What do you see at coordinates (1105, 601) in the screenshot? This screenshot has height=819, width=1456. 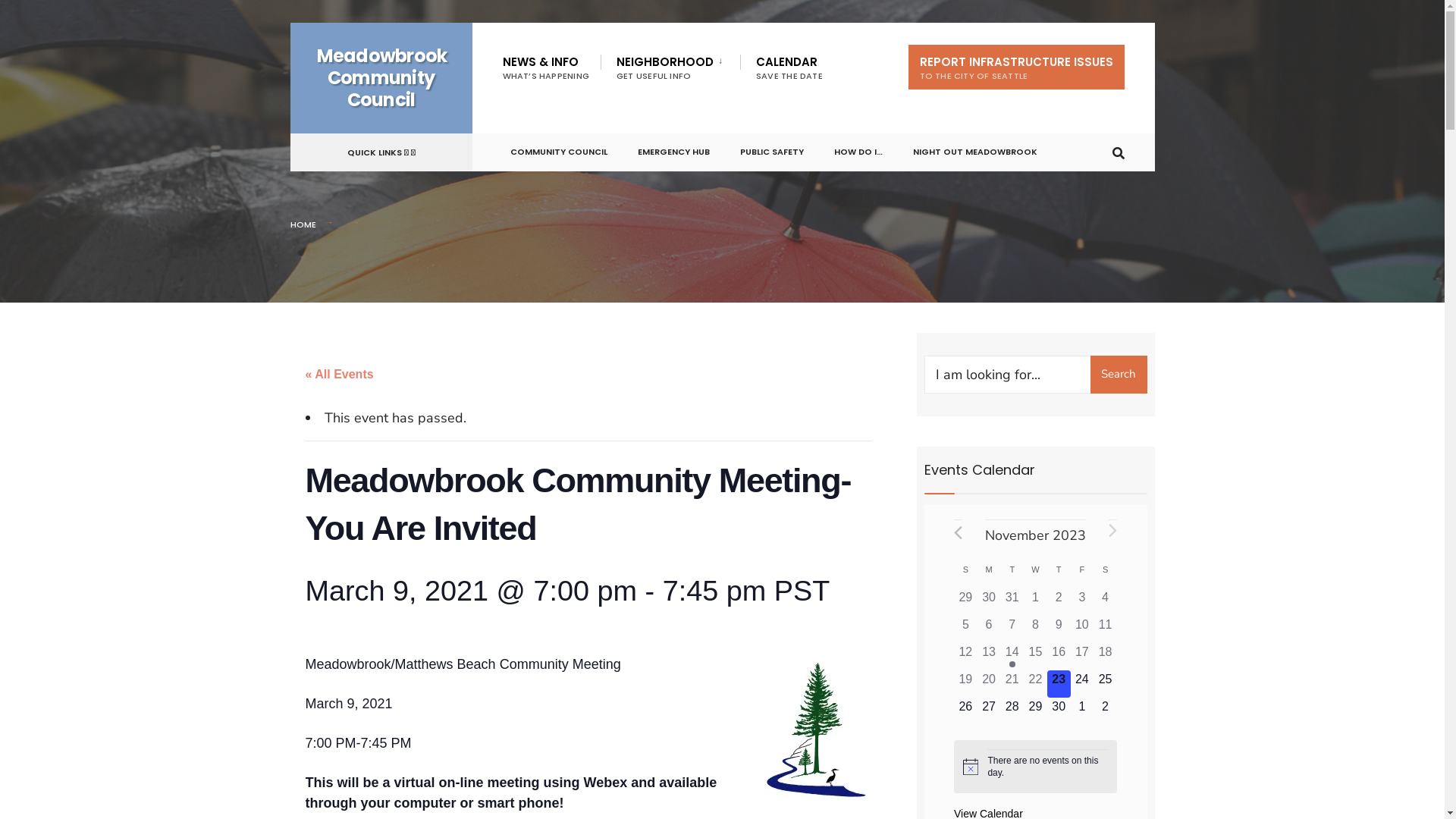 I see `'0 events,` at bounding box center [1105, 601].